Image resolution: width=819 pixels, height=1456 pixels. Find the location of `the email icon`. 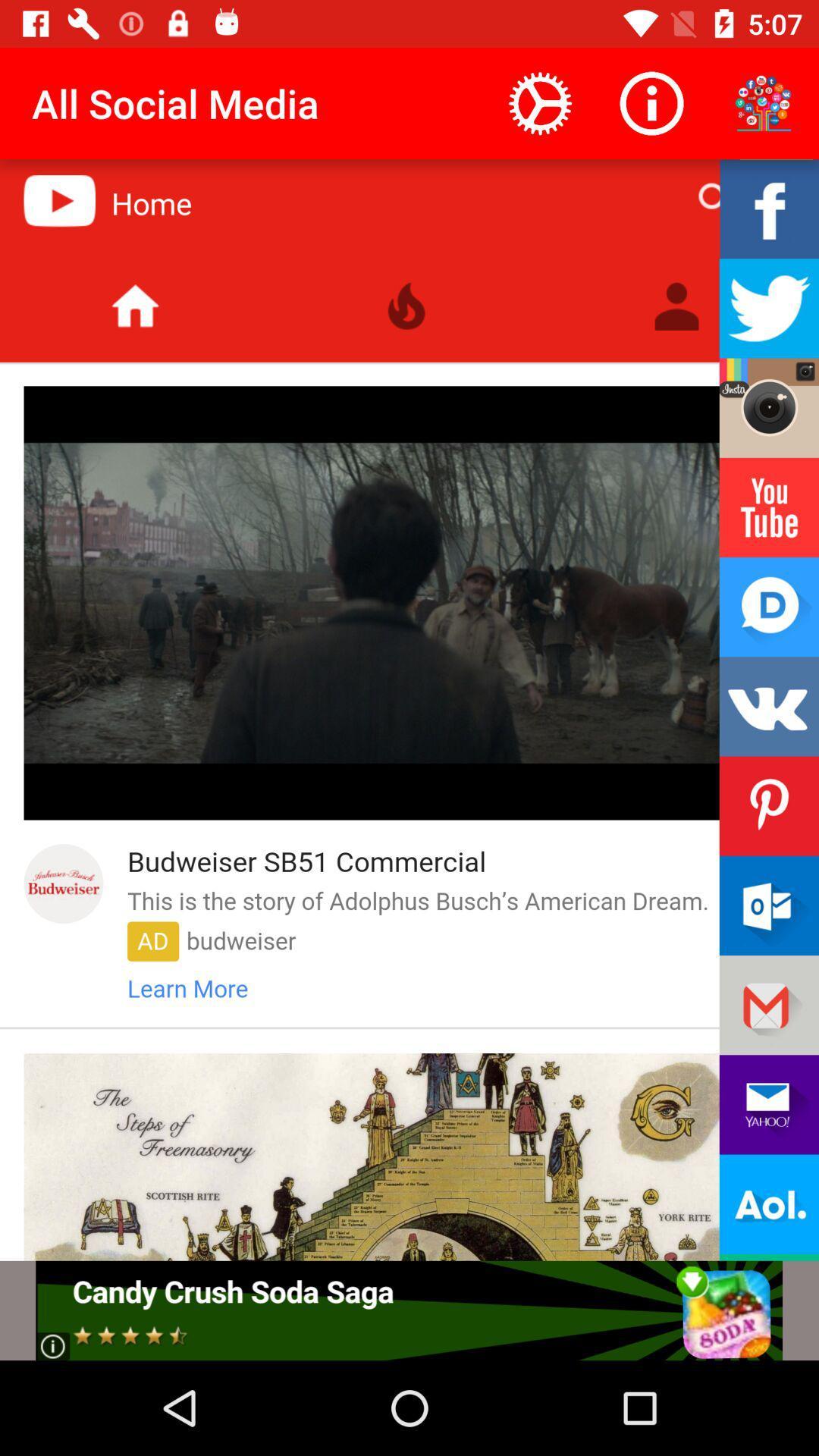

the email icon is located at coordinates (769, 1104).